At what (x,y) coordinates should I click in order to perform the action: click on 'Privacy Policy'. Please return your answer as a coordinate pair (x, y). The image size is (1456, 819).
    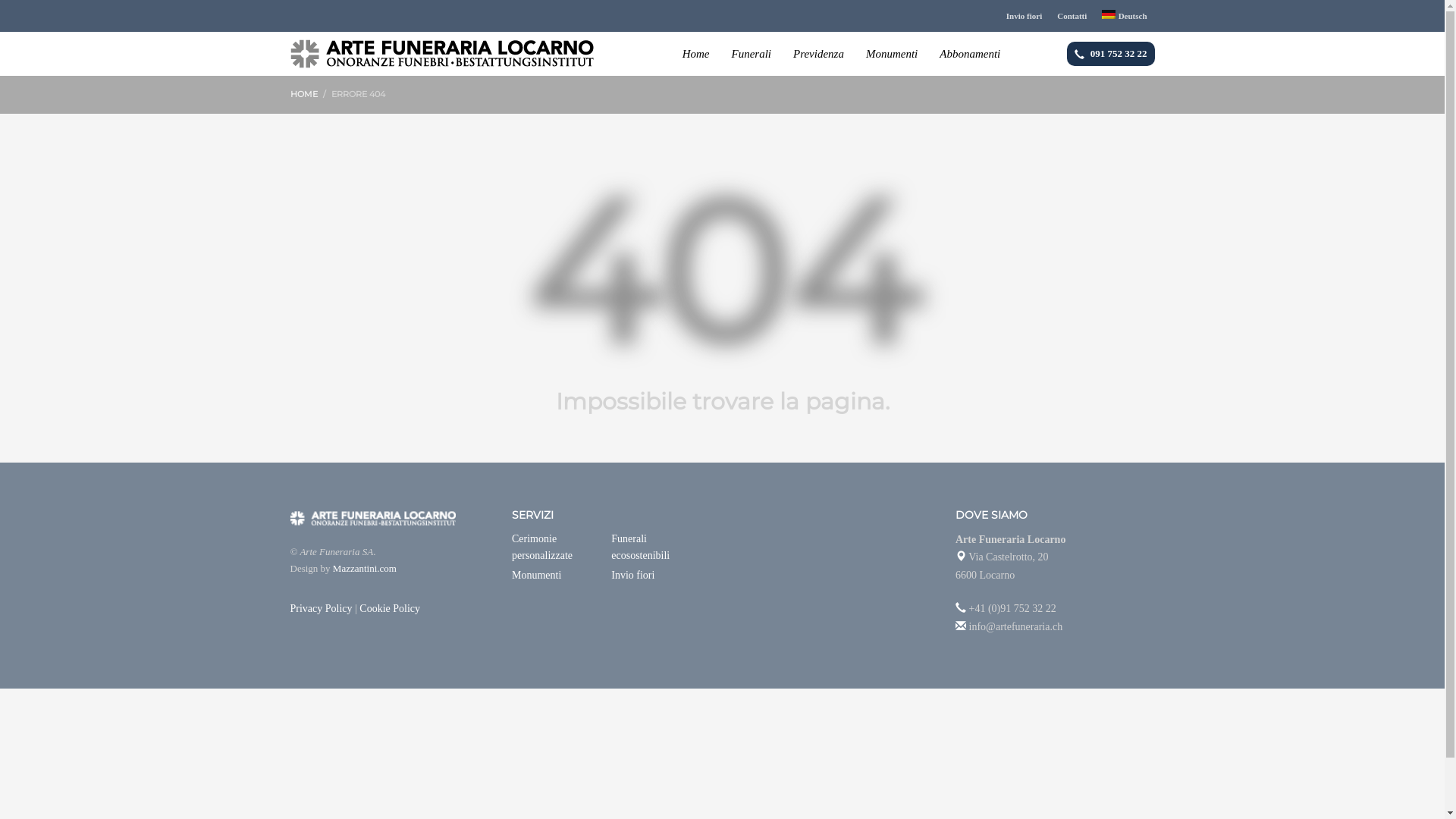
    Looking at the image, I should click on (319, 607).